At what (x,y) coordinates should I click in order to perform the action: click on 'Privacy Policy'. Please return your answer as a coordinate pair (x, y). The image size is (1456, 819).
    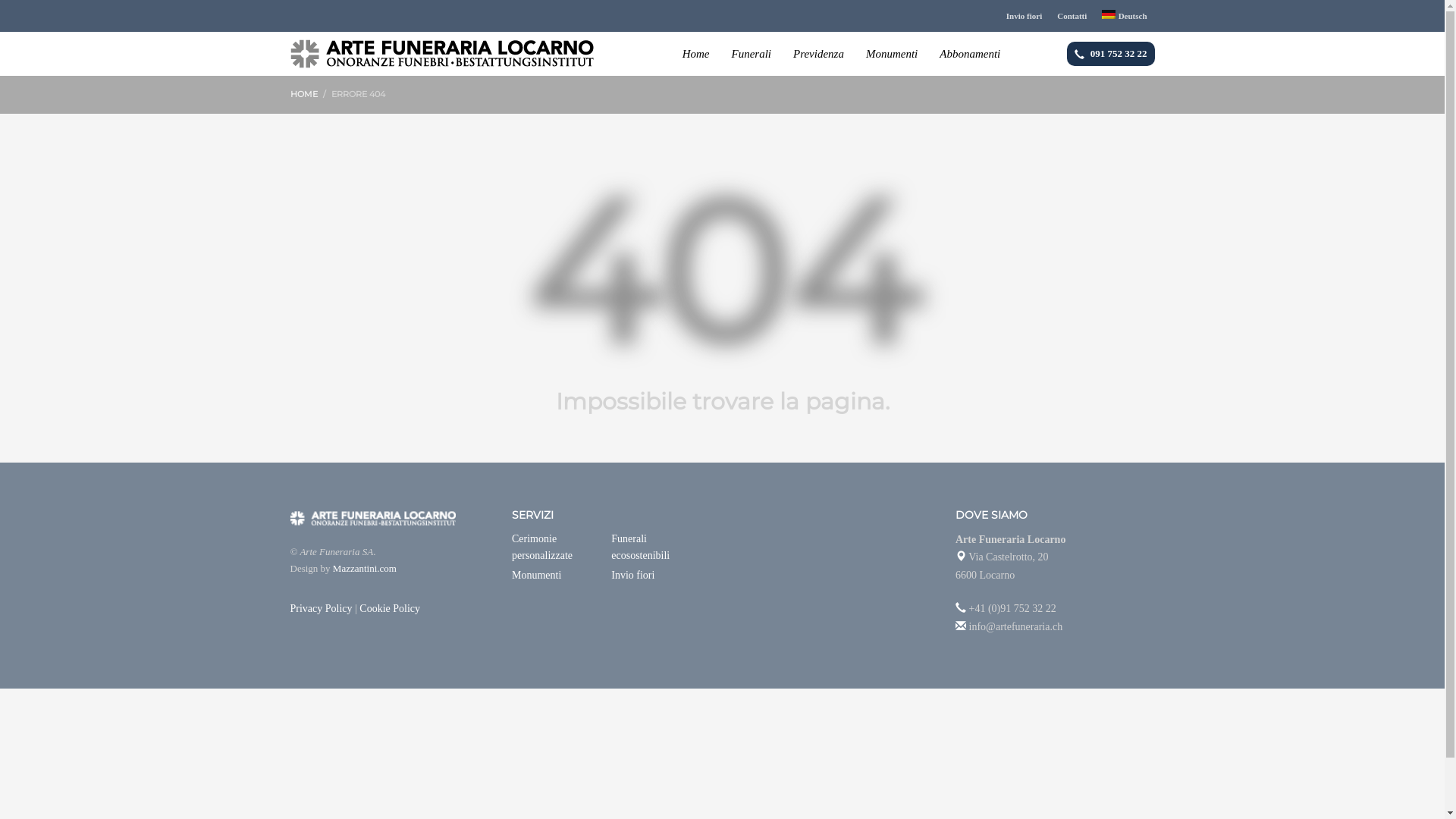
    Looking at the image, I should click on (319, 607).